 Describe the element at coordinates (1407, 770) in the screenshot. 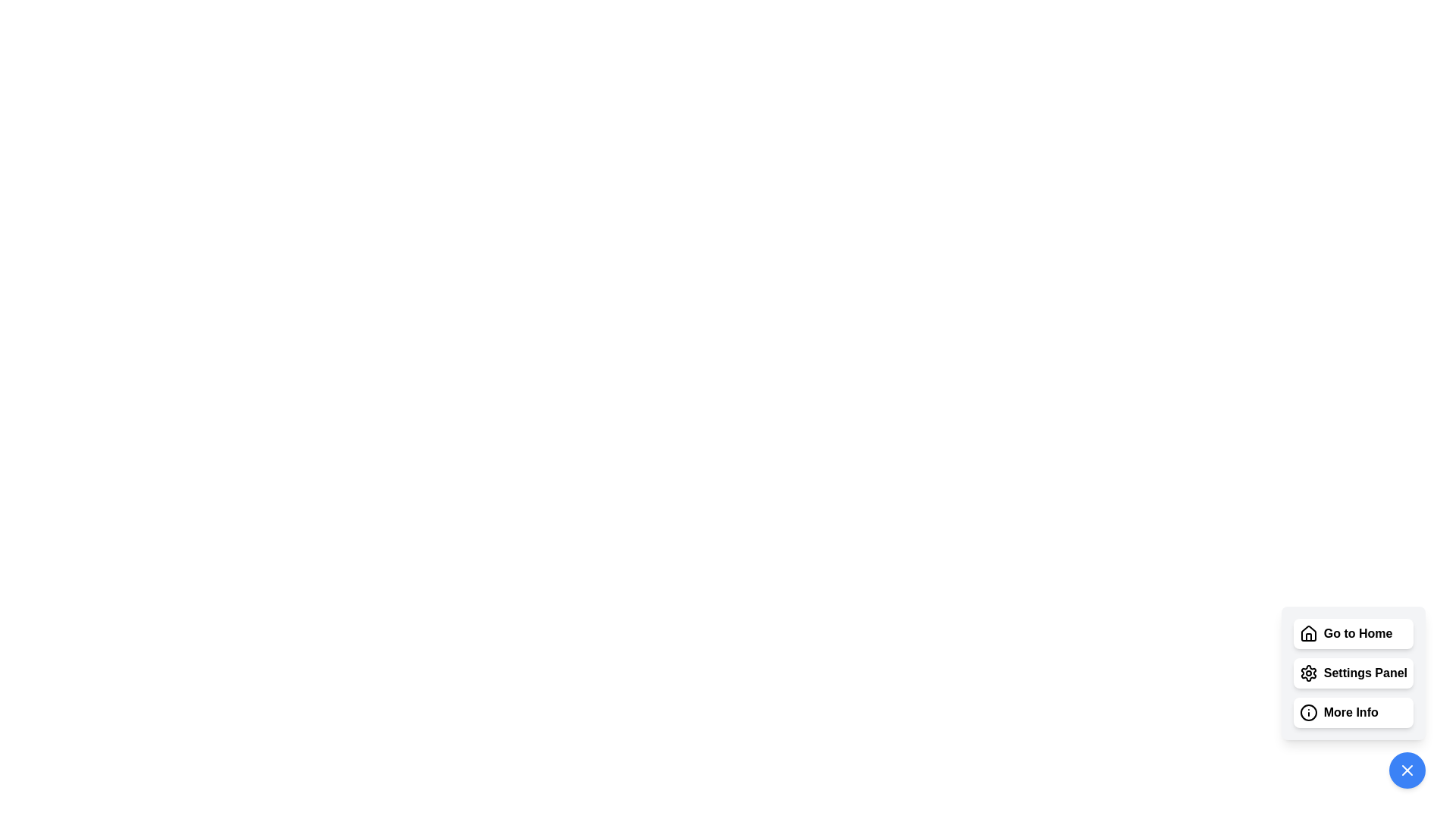

I see `the close or cancel button located at the bottom-right corner of the interface` at that location.